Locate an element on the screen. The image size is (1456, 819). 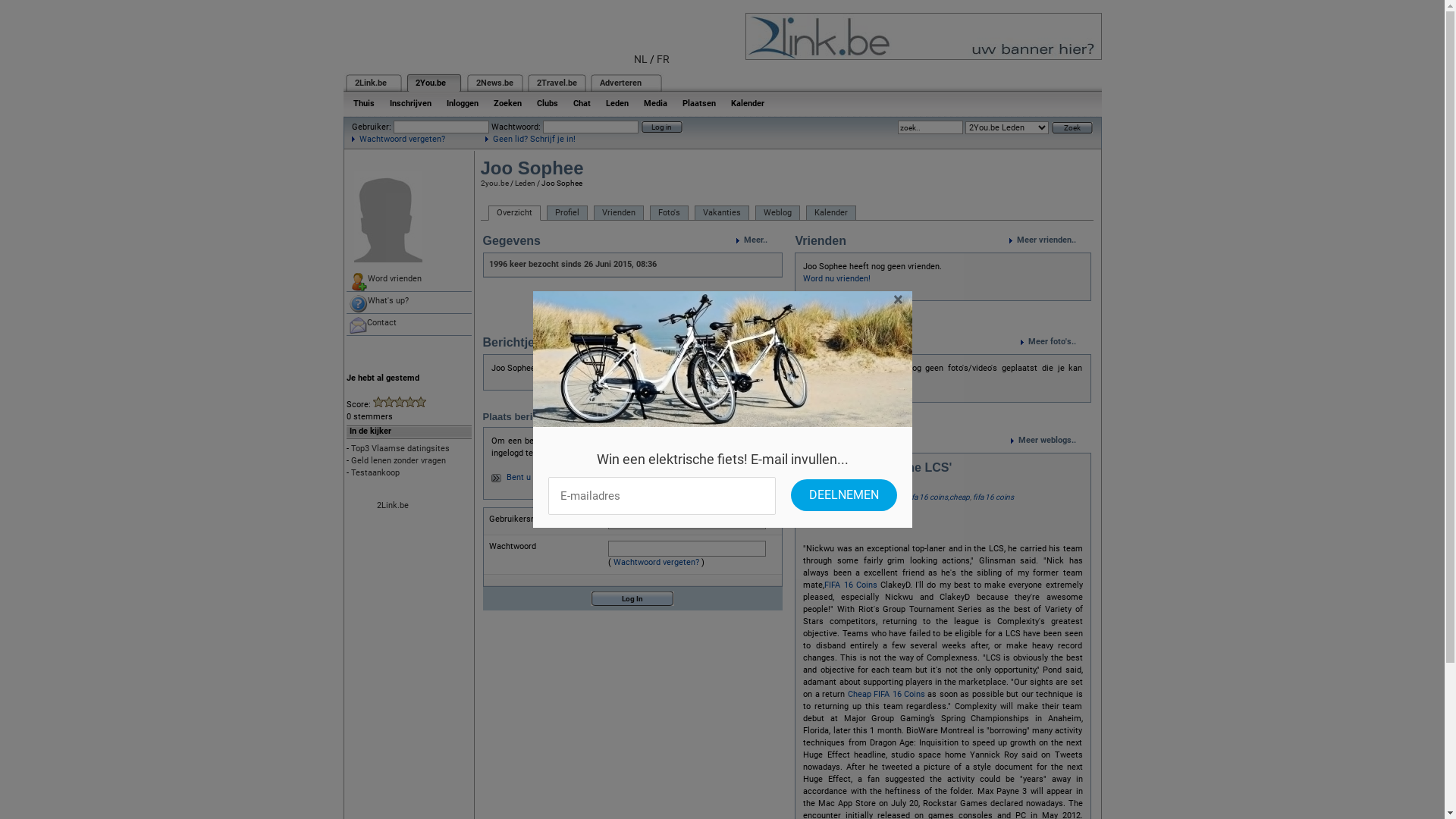
'Profiel' is located at coordinates (546, 213).